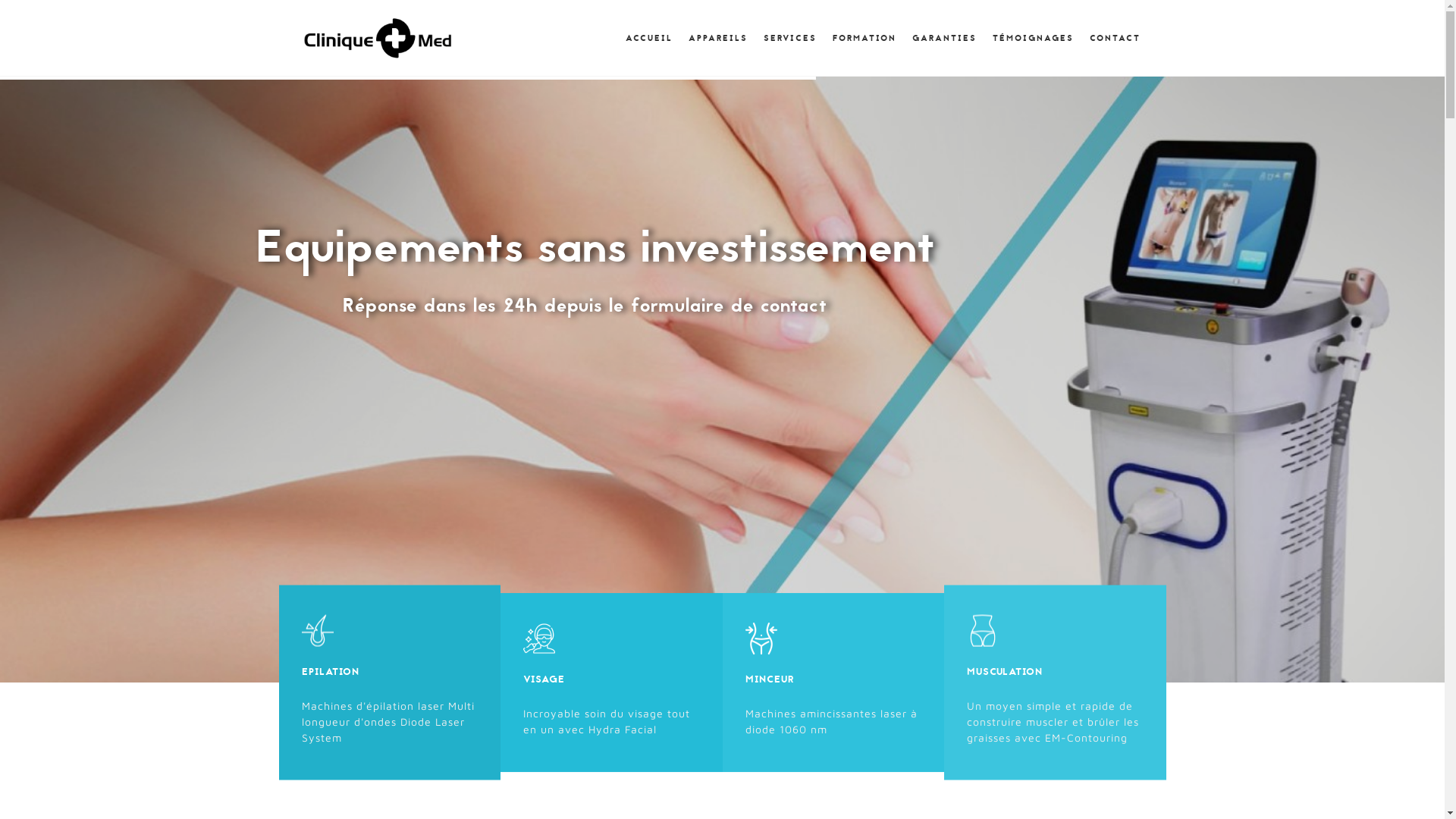 The width and height of the screenshot is (1456, 819). What do you see at coordinates (648, 37) in the screenshot?
I see `'ACCUEIL'` at bounding box center [648, 37].